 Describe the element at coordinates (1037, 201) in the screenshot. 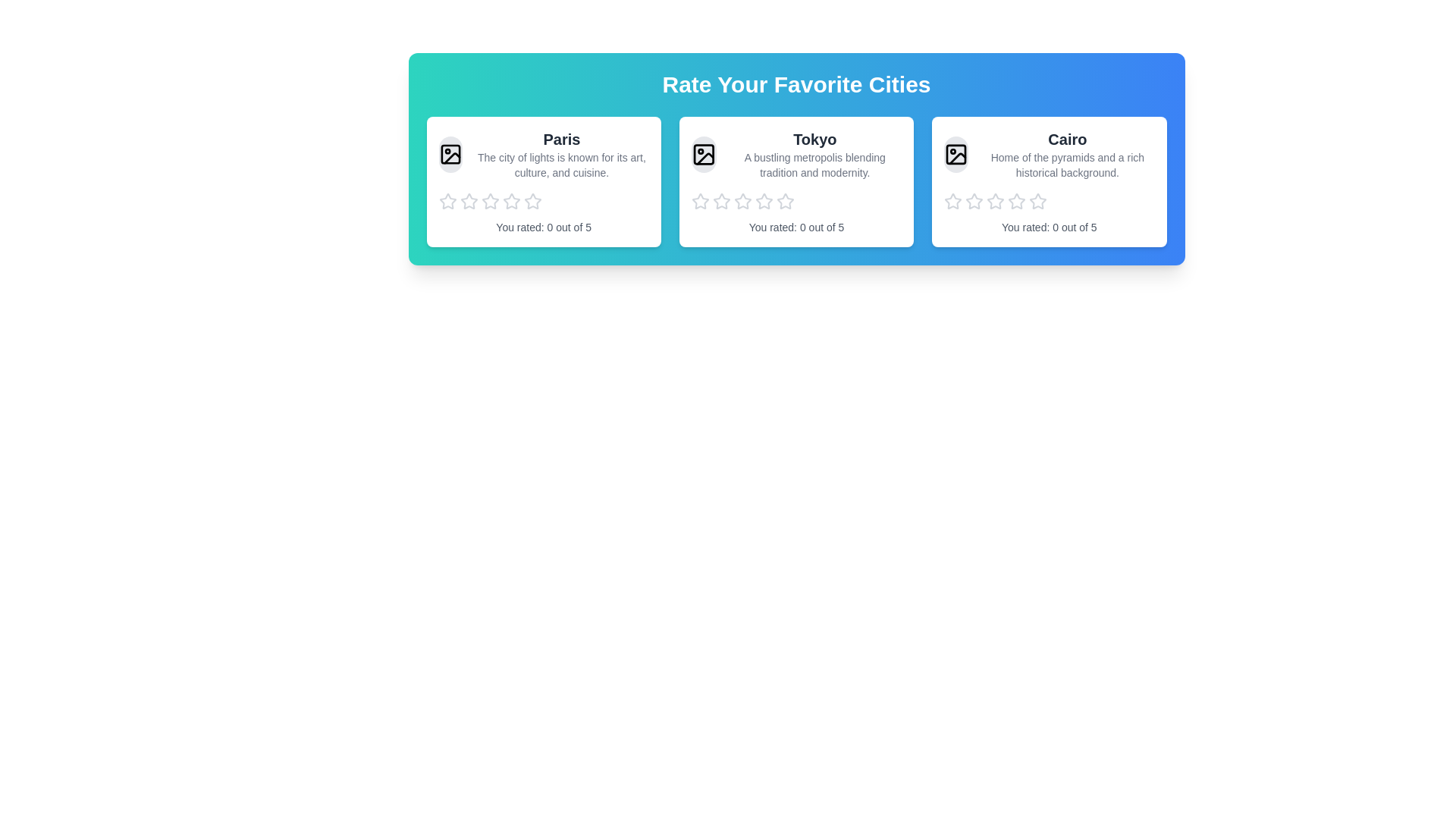

I see `the fifth star-shaped rating icon within the third card labeled 'Cairo' to rate it` at that location.